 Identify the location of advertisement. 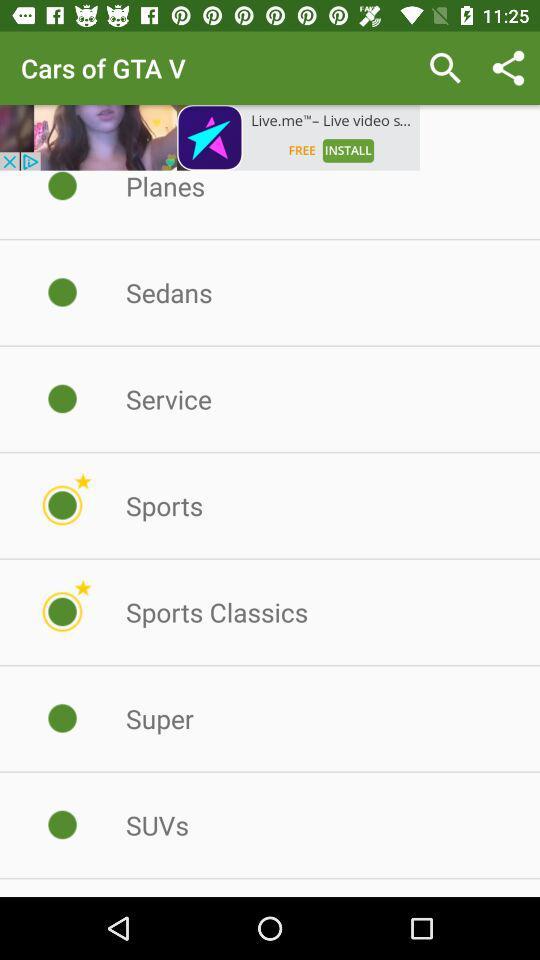
(209, 136).